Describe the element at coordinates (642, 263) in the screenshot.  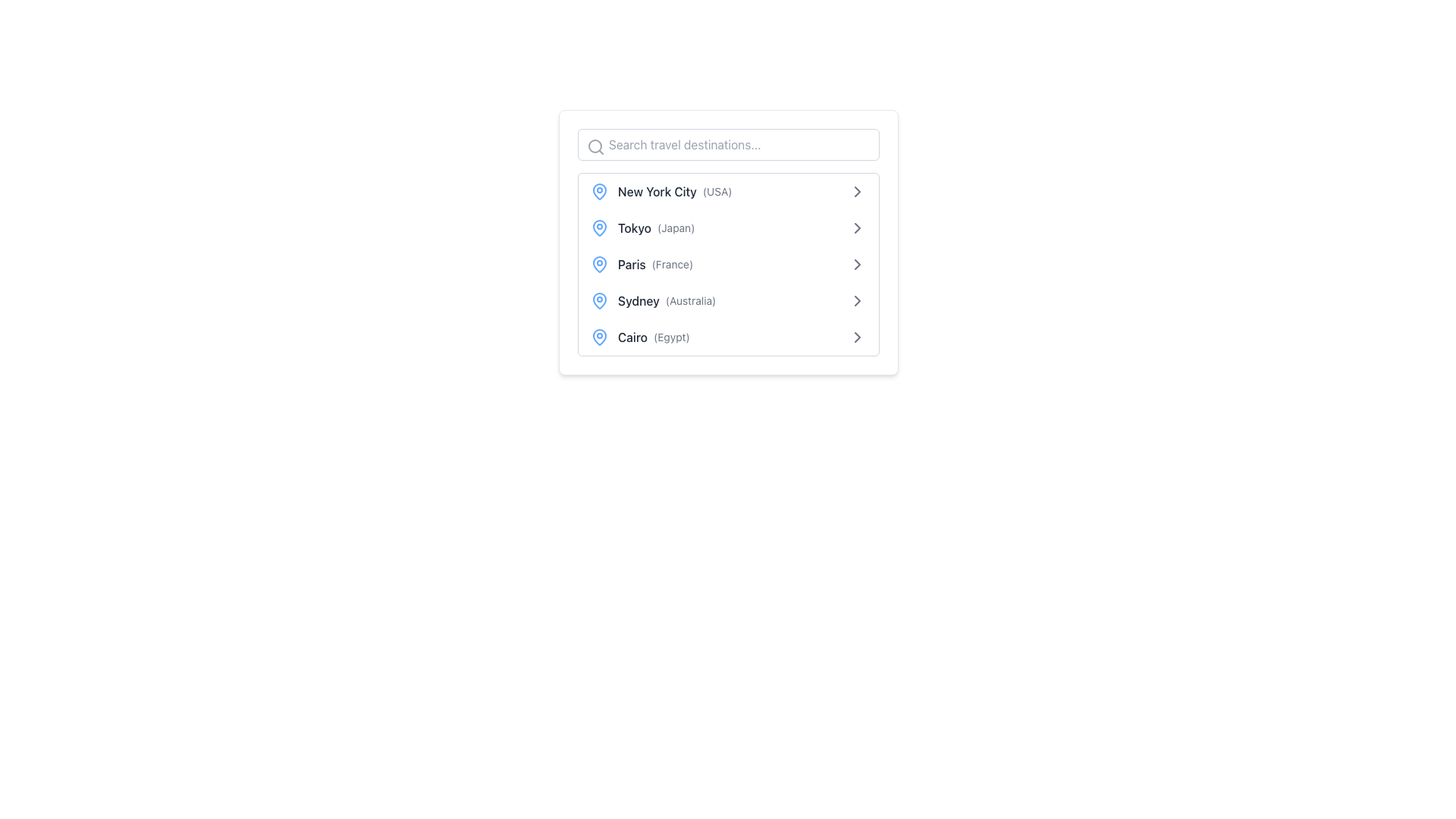
I see `the selectable destination option labeled 'Paris, France' in the travel-related interface` at that location.